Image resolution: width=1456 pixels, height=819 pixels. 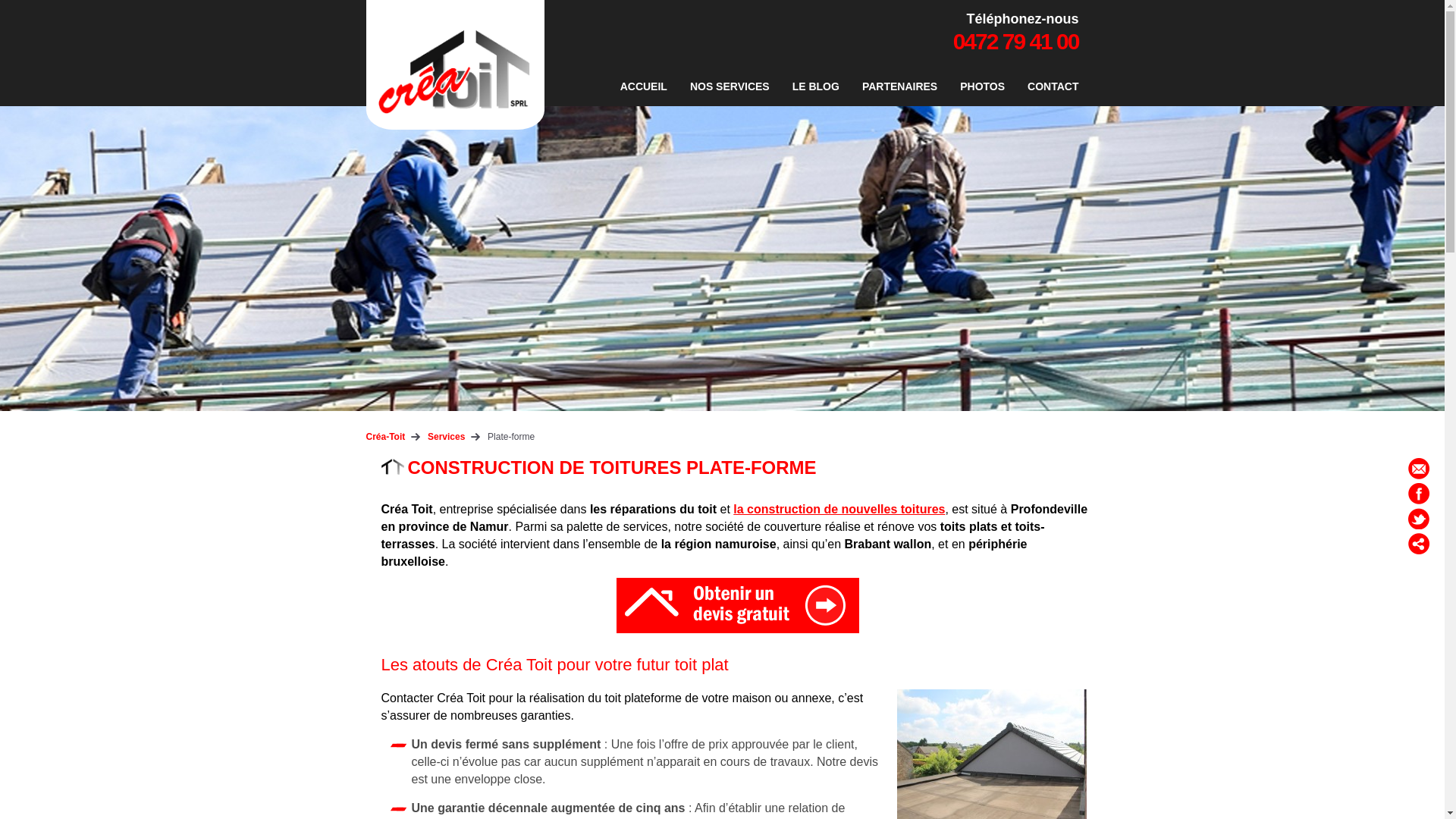 I want to click on 'PHOTOS', so click(x=952, y=86).